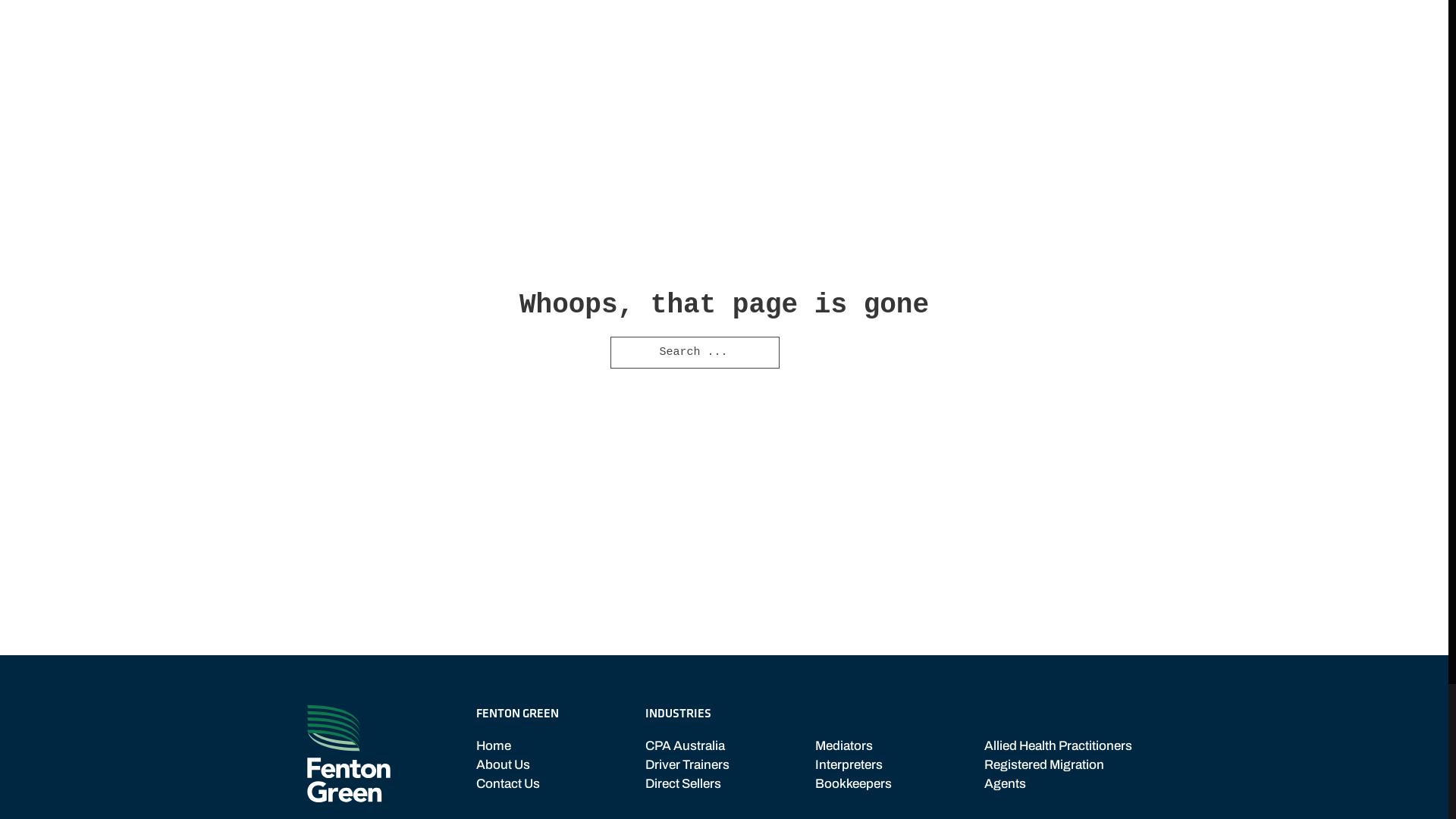 The width and height of the screenshot is (1456, 819). What do you see at coordinates (814, 783) in the screenshot?
I see `'Bookkeepers'` at bounding box center [814, 783].